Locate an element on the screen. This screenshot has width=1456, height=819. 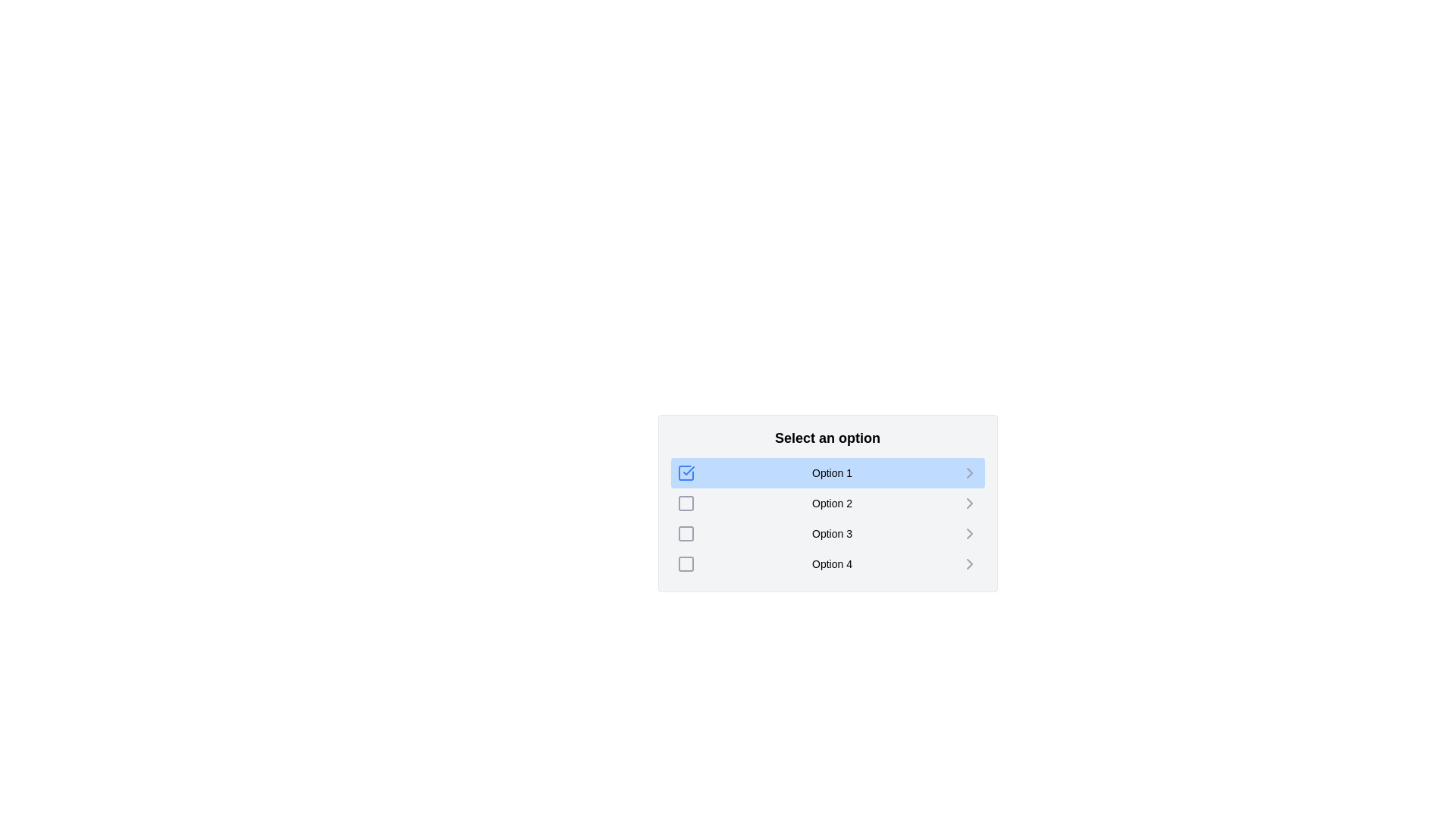
the text label displaying 'Option 2', which is part of a vertical list of options and has an icon preceding it and a right-arrow following it is located at coordinates (831, 503).